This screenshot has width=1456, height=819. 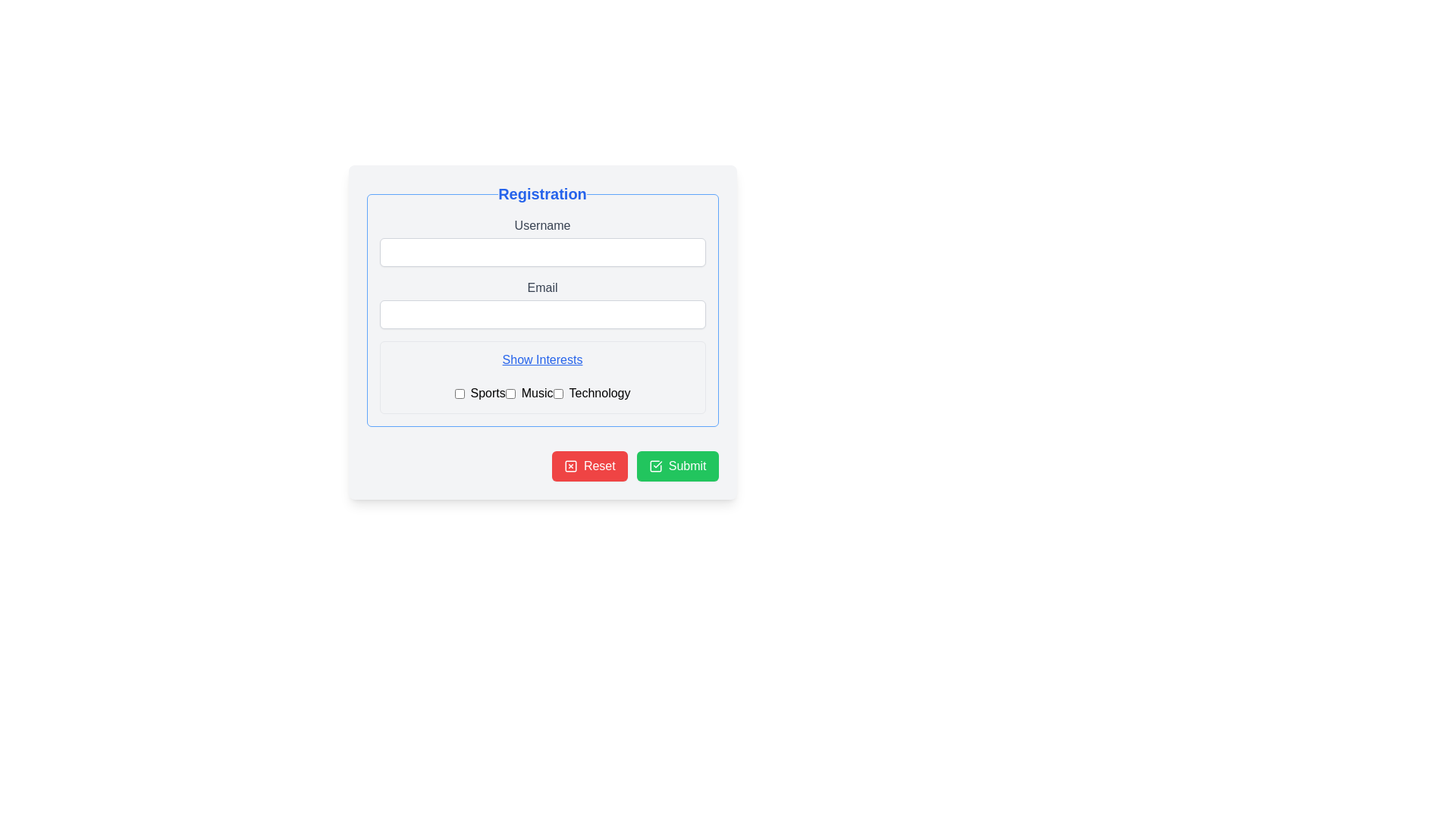 I want to click on the checkbox, so click(x=542, y=390).